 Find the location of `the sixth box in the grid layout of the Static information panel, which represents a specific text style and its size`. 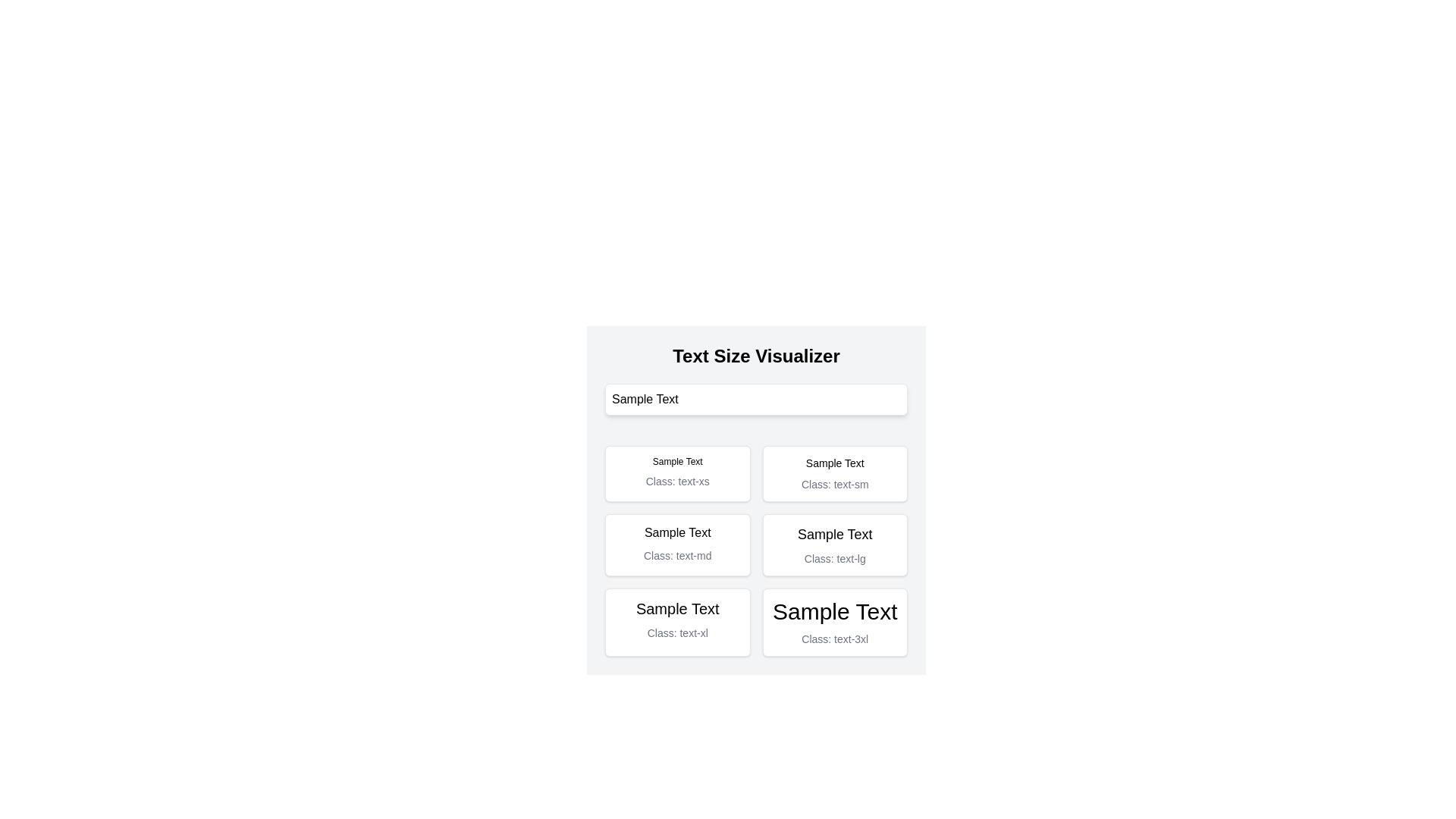

the sixth box in the grid layout of the Static information panel, which represents a specific text style and its size is located at coordinates (834, 623).